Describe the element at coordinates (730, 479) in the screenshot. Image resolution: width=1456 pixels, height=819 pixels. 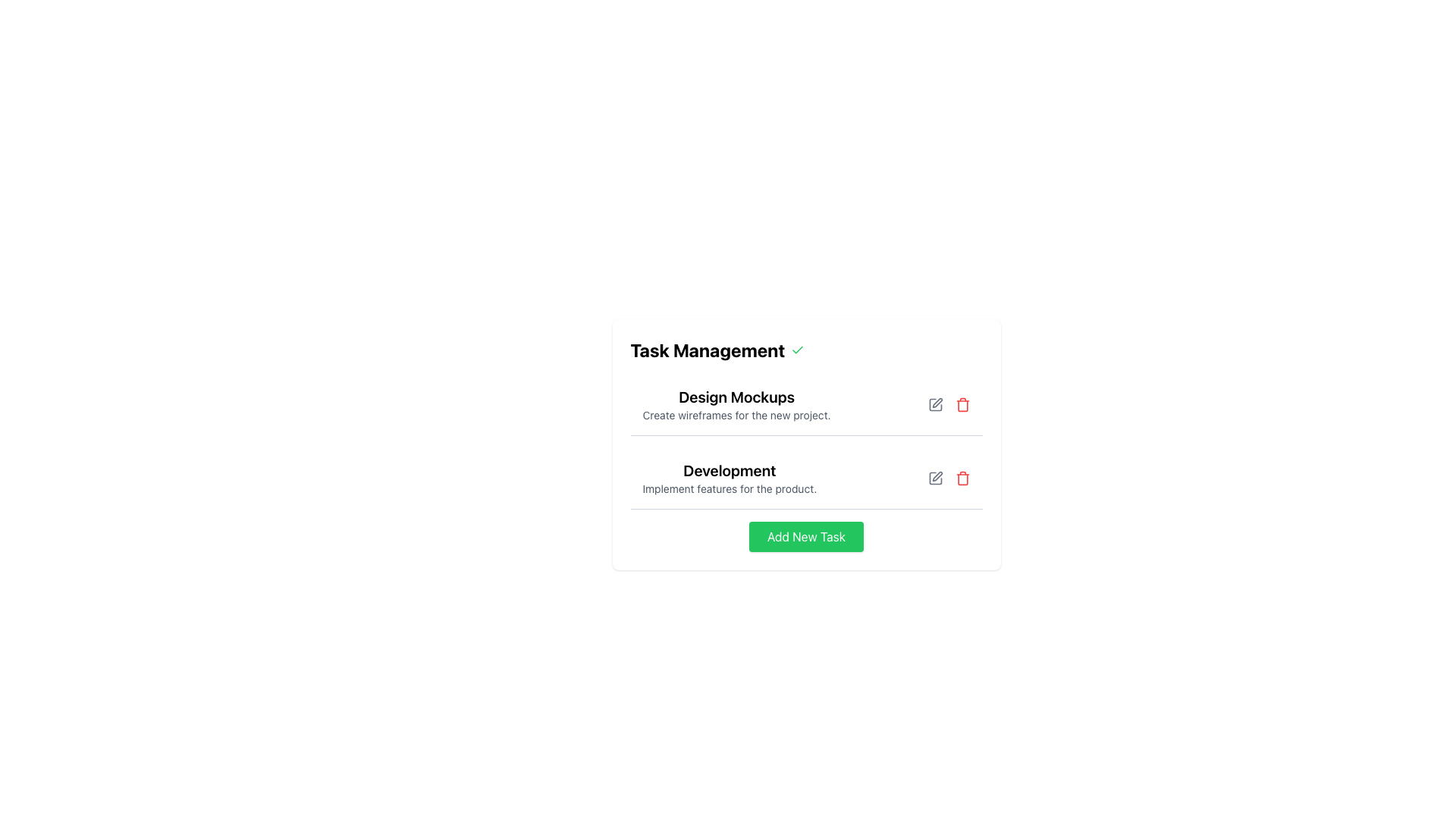
I see `the text block displaying the task titled 'Development', which provides a read-only description for task management` at that location.